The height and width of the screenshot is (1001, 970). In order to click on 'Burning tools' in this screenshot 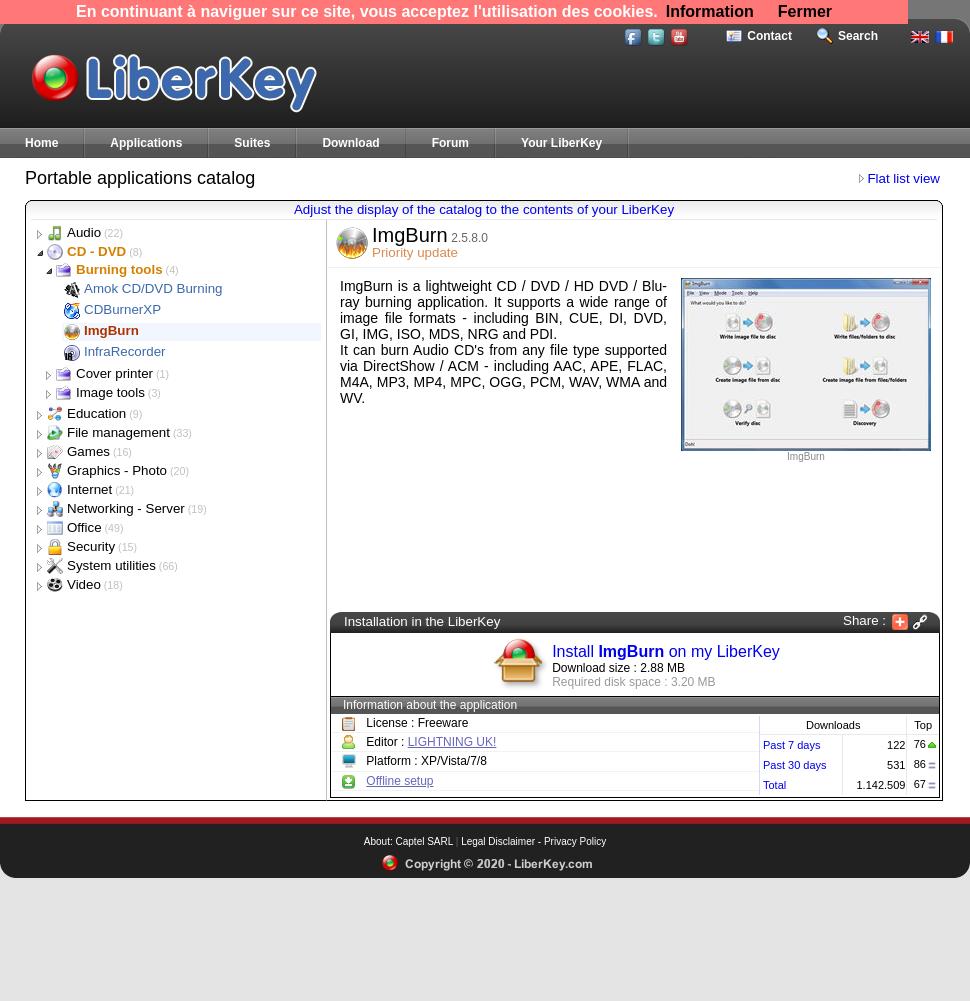, I will do `click(119, 268)`.